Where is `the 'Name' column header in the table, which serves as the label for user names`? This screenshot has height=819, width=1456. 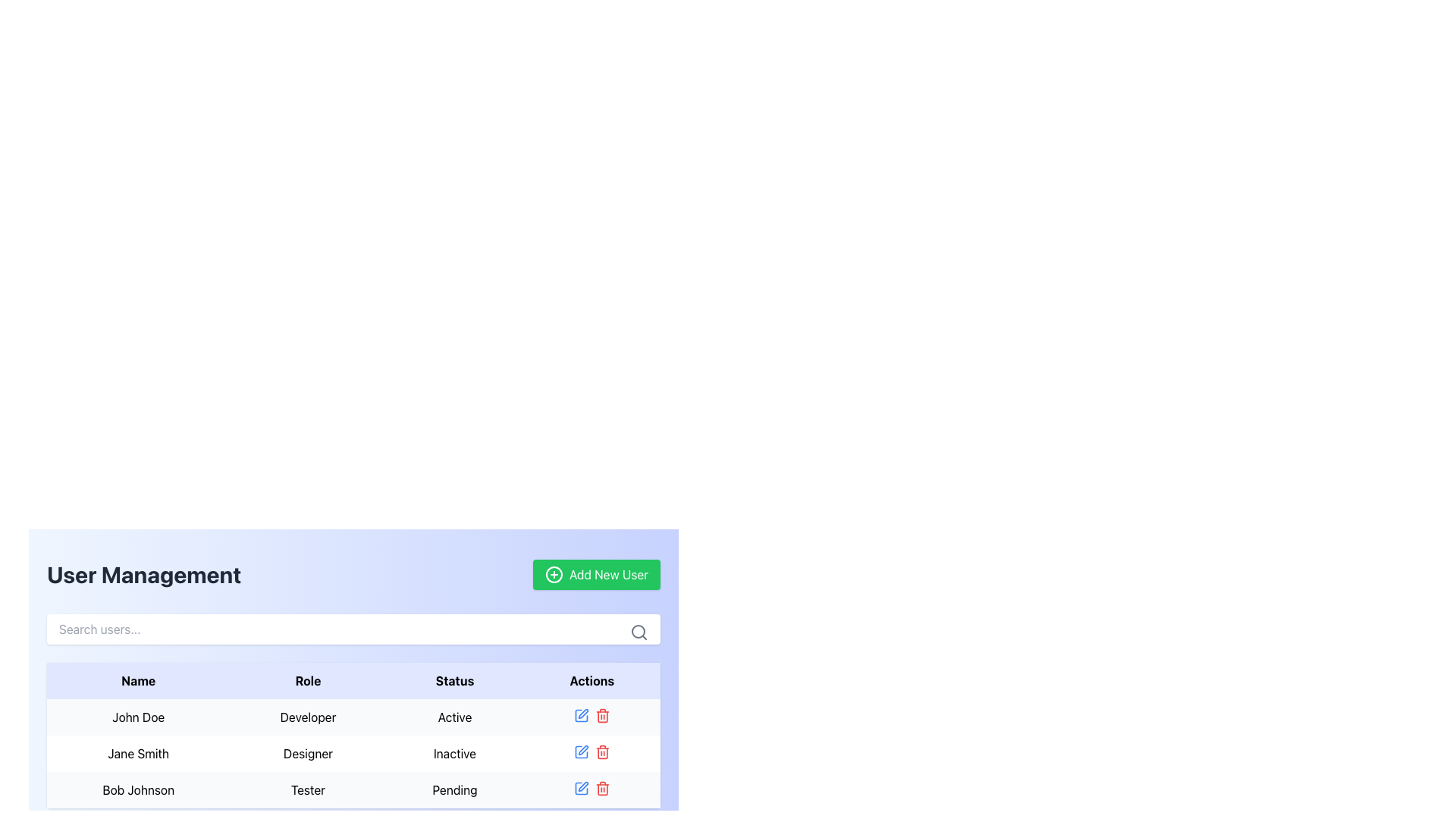 the 'Name' column header in the table, which serves as the label for user names is located at coordinates (138, 680).